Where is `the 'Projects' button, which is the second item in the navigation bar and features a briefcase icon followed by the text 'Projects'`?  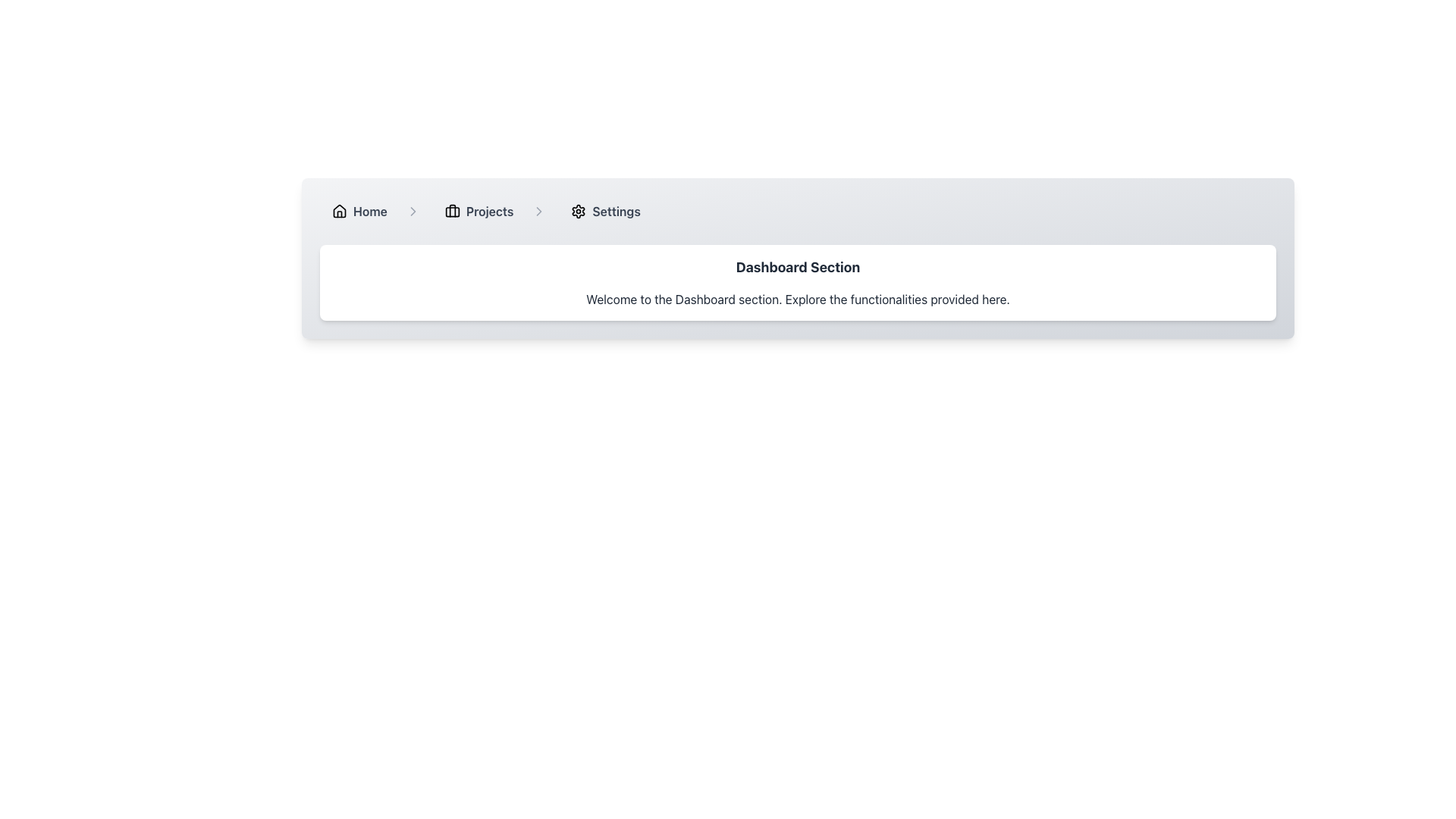 the 'Projects' button, which is the second item in the navigation bar and features a briefcase icon followed by the text 'Projects' is located at coordinates (479, 211).